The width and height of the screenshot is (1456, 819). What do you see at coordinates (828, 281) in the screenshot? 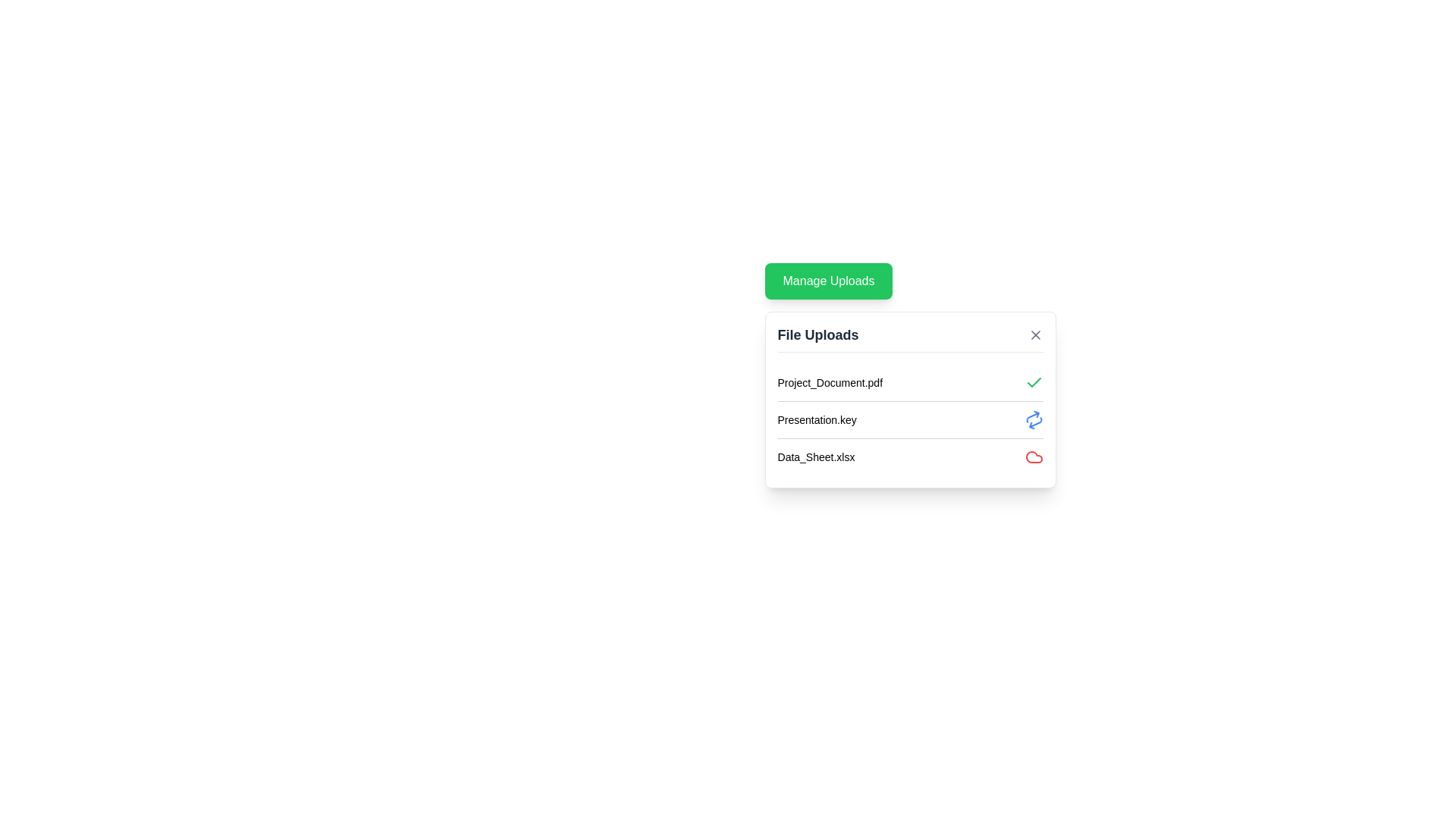
I see `the green rectangular button with rounded corners labeled 'Manage Uploads' located above the 'File Uploads' list to trigger visual or textual feedback` at bounding box center [828, 281].